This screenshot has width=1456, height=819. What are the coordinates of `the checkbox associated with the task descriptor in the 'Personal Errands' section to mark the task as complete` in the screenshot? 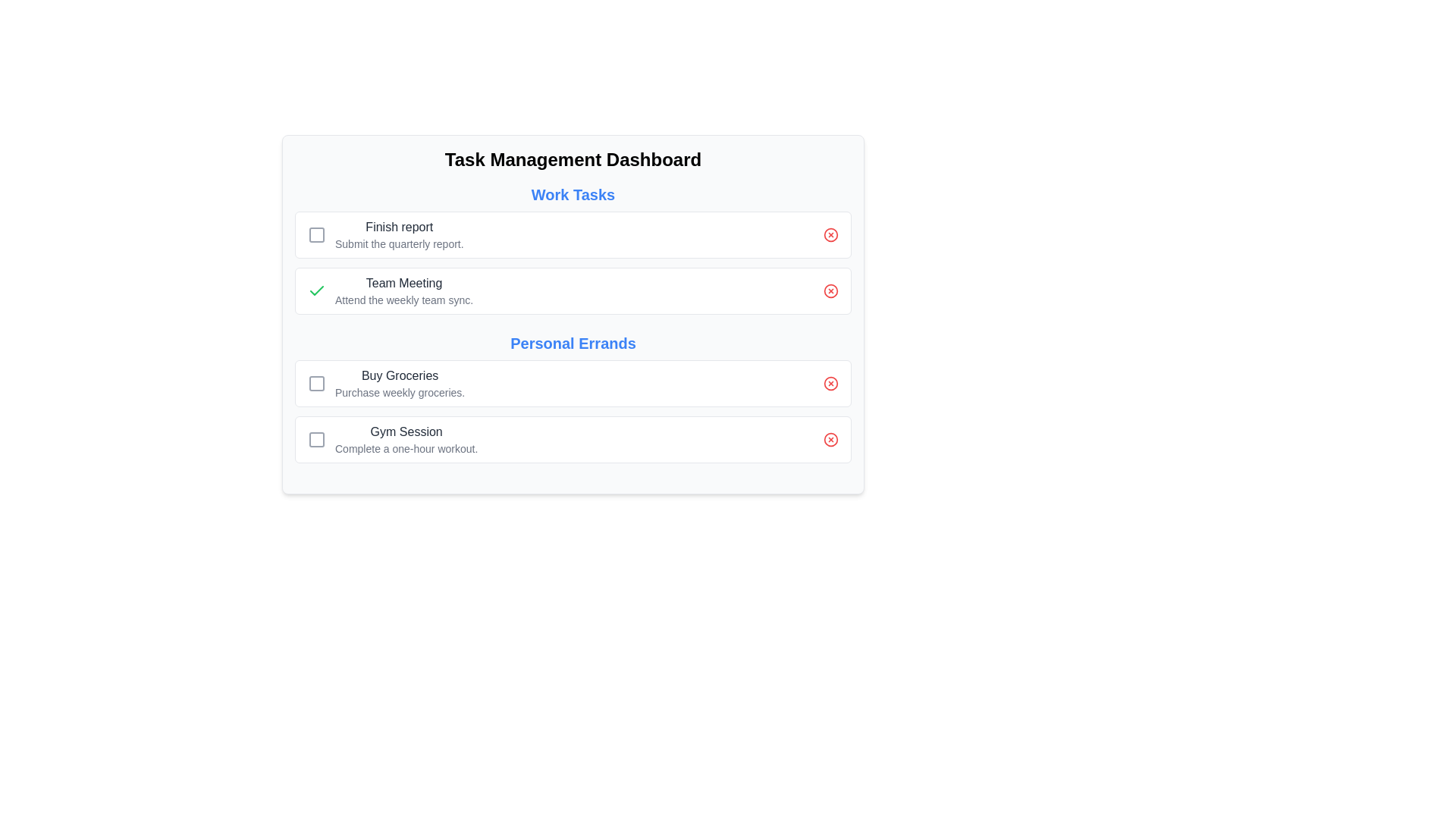 It's located at (393, 439).